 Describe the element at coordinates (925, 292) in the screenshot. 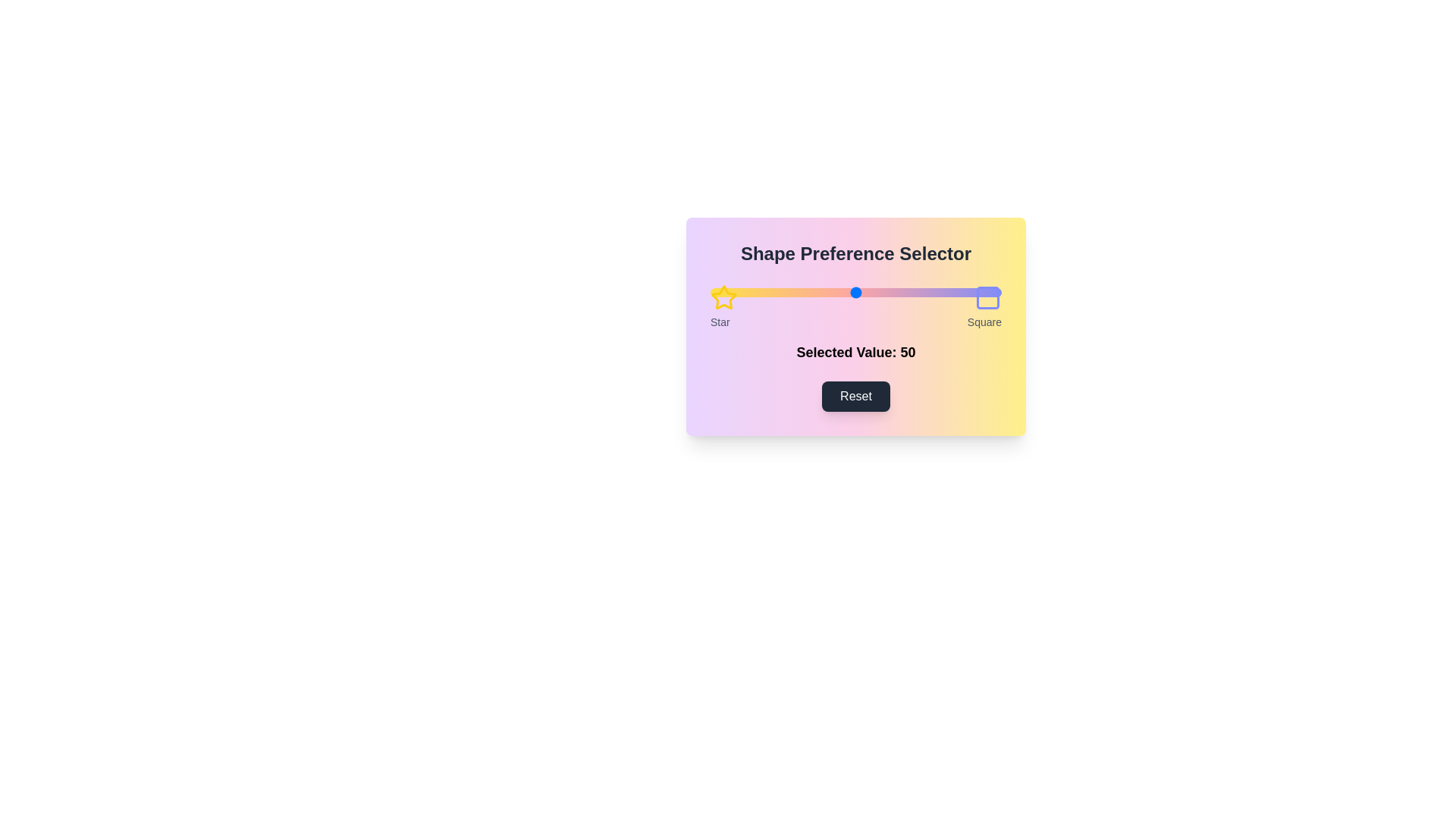

I see `the slider to set the preference value to 74` at that location.